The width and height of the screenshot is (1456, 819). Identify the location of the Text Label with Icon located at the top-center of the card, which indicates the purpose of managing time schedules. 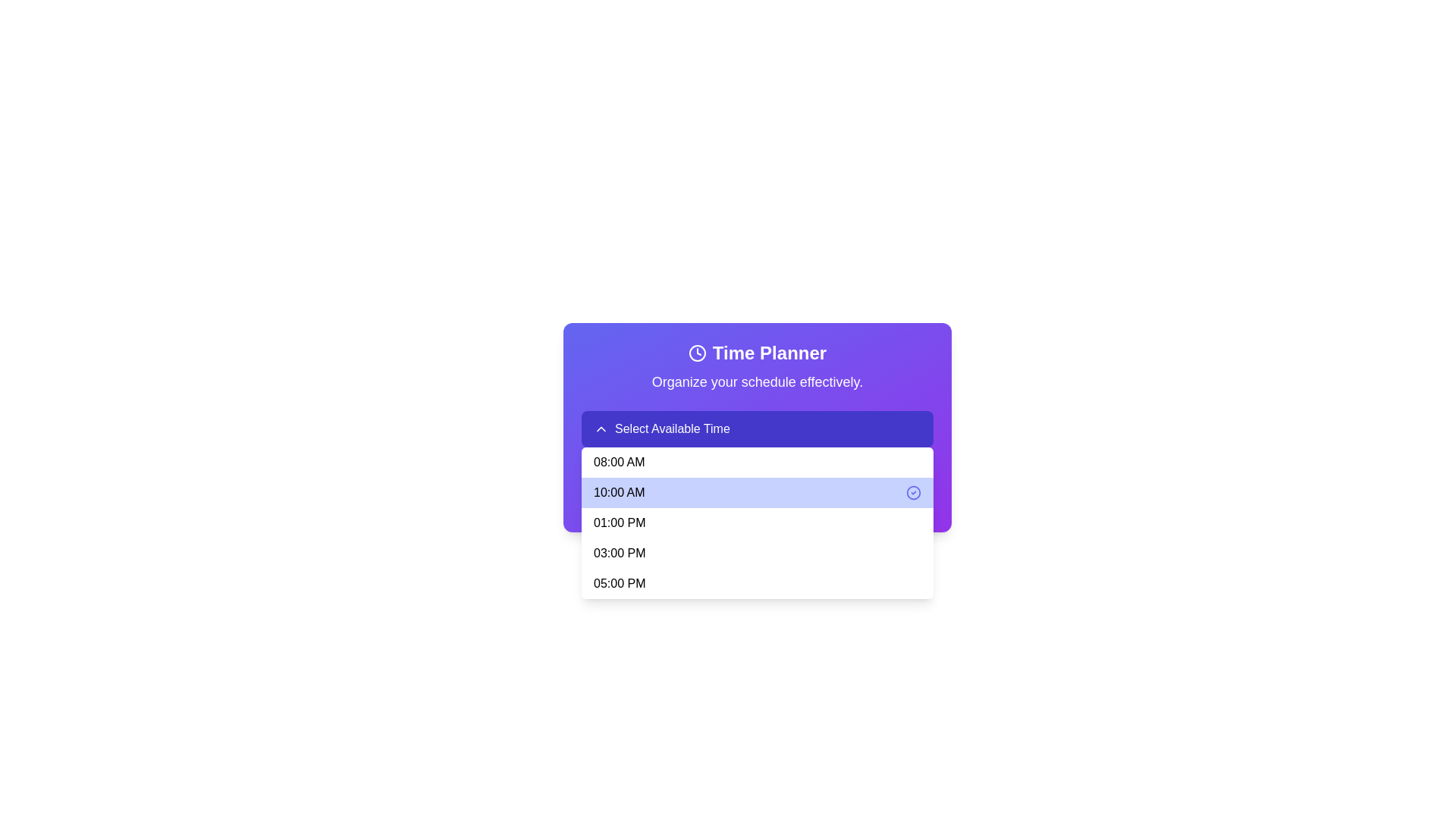
(757, 353).